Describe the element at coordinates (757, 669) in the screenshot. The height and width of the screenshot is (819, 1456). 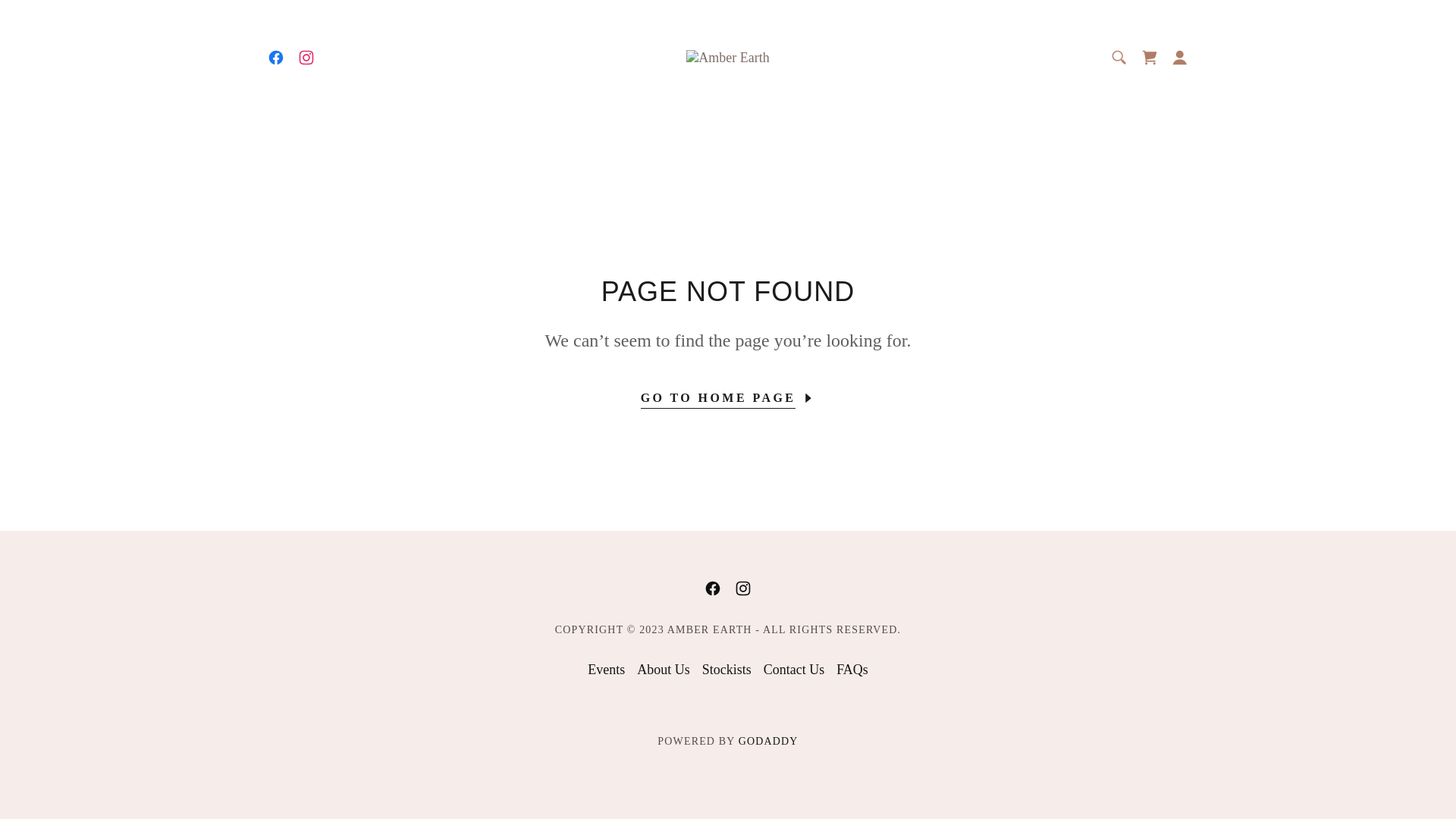
I see `'Contact Us'` at that location.